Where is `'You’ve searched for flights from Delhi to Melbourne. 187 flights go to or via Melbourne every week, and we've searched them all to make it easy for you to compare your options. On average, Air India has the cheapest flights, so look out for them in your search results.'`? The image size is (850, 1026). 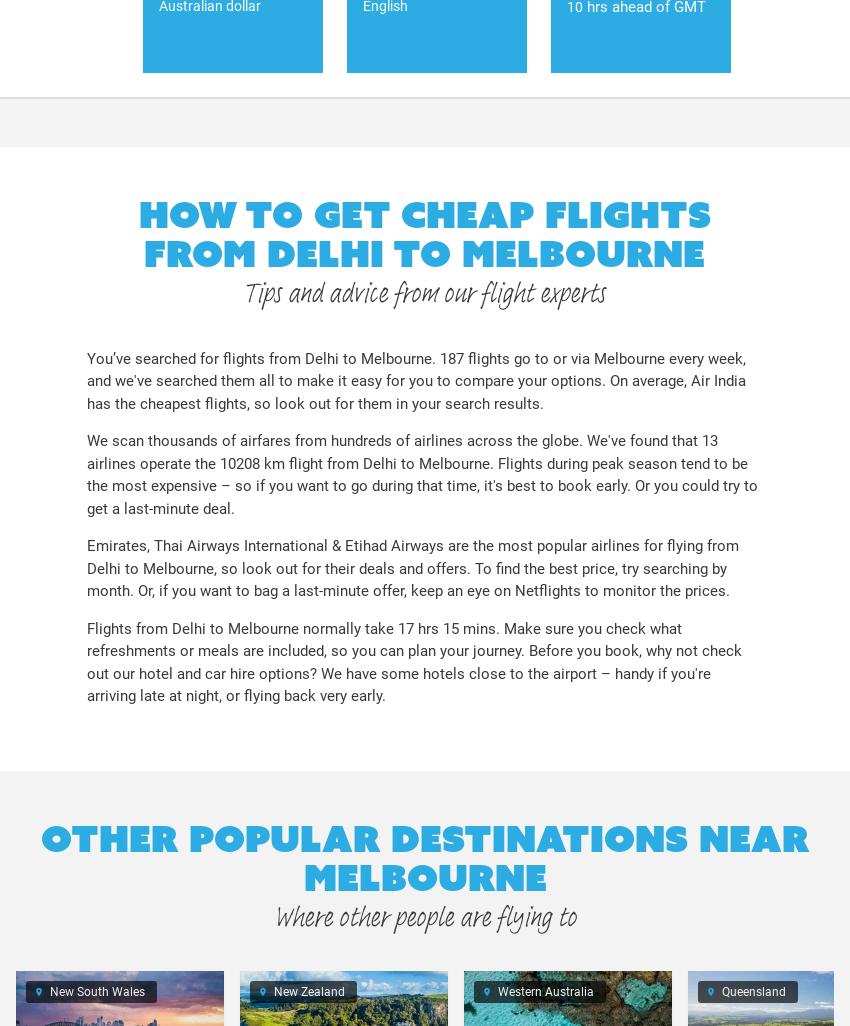
'You’ve searched for flights from Delhi to Melbourne. 187 flights go to or via Melbourne every week, and we've searched them all to make it easy for you to compare your options. On average, Air India has the cheapest flights, so look out for them in your search results.' is located at coordinates (415, 379).